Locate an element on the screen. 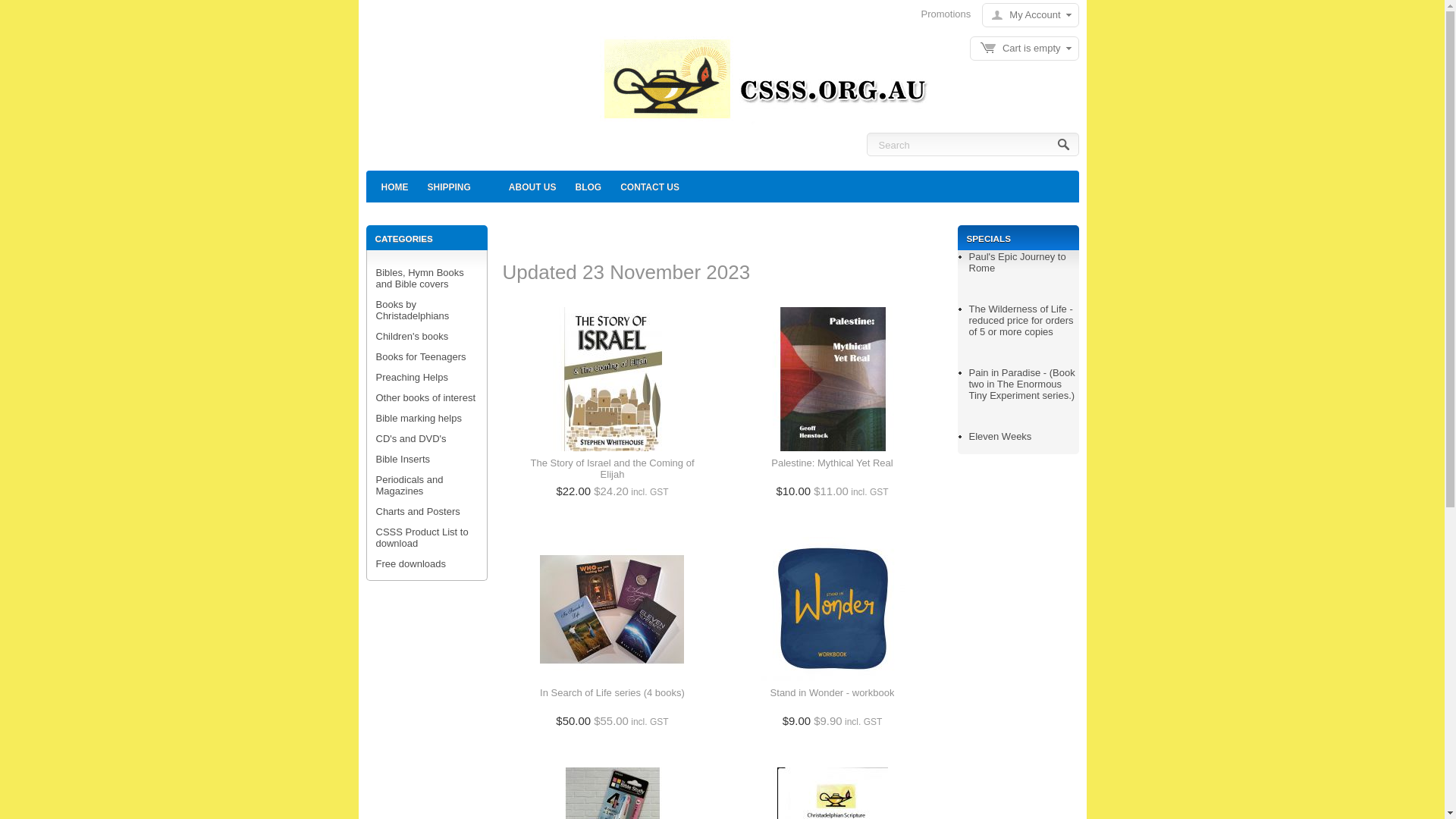 The image size is (1456, 819). 'My Account' is located at coordinates (1026, 14).